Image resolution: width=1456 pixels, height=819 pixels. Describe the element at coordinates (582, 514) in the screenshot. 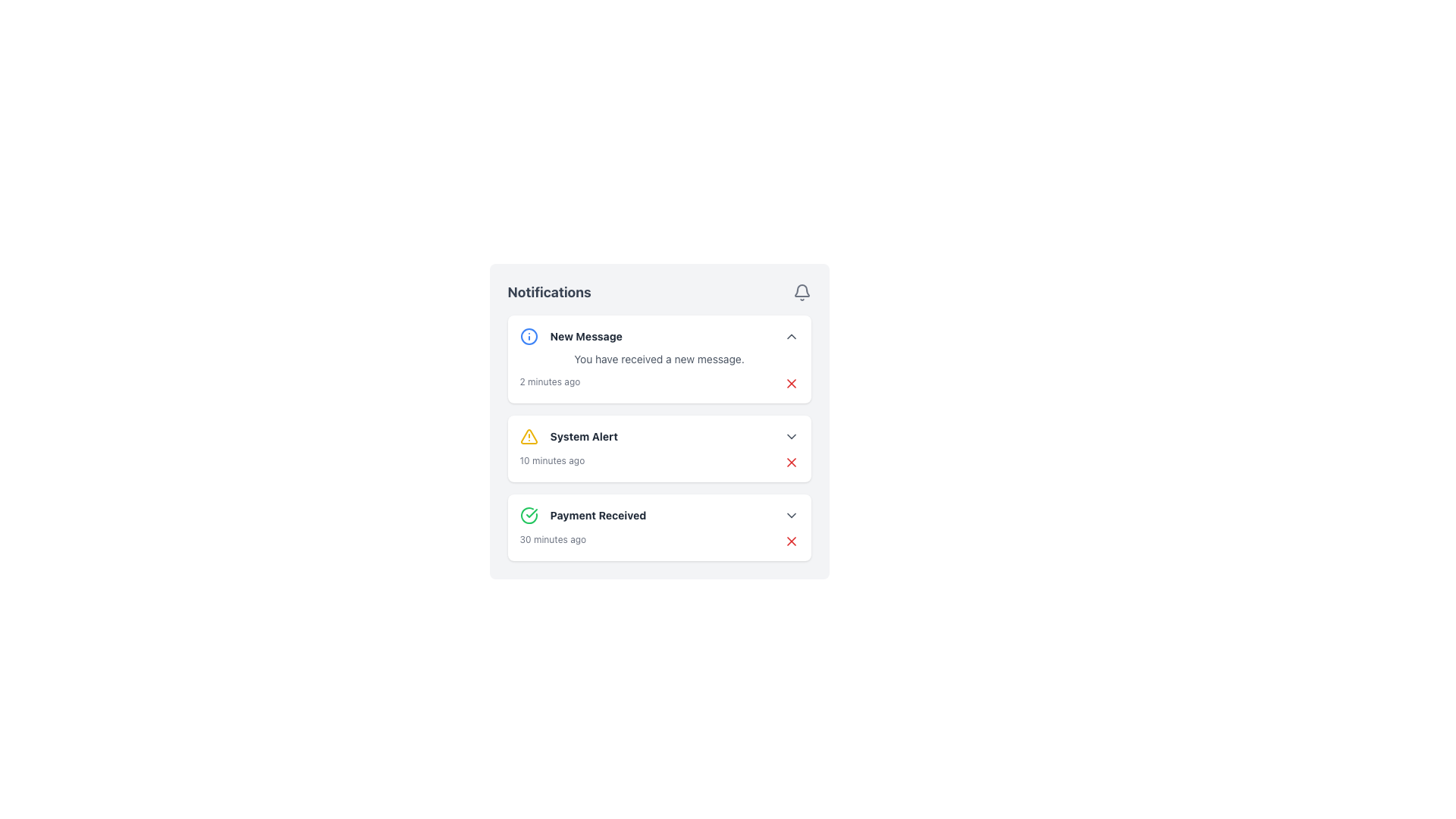

I see `the 'Payment Received' notification item, which features a bold label and a green checkmark icon, located at the bottom of the notification panel` at that location.